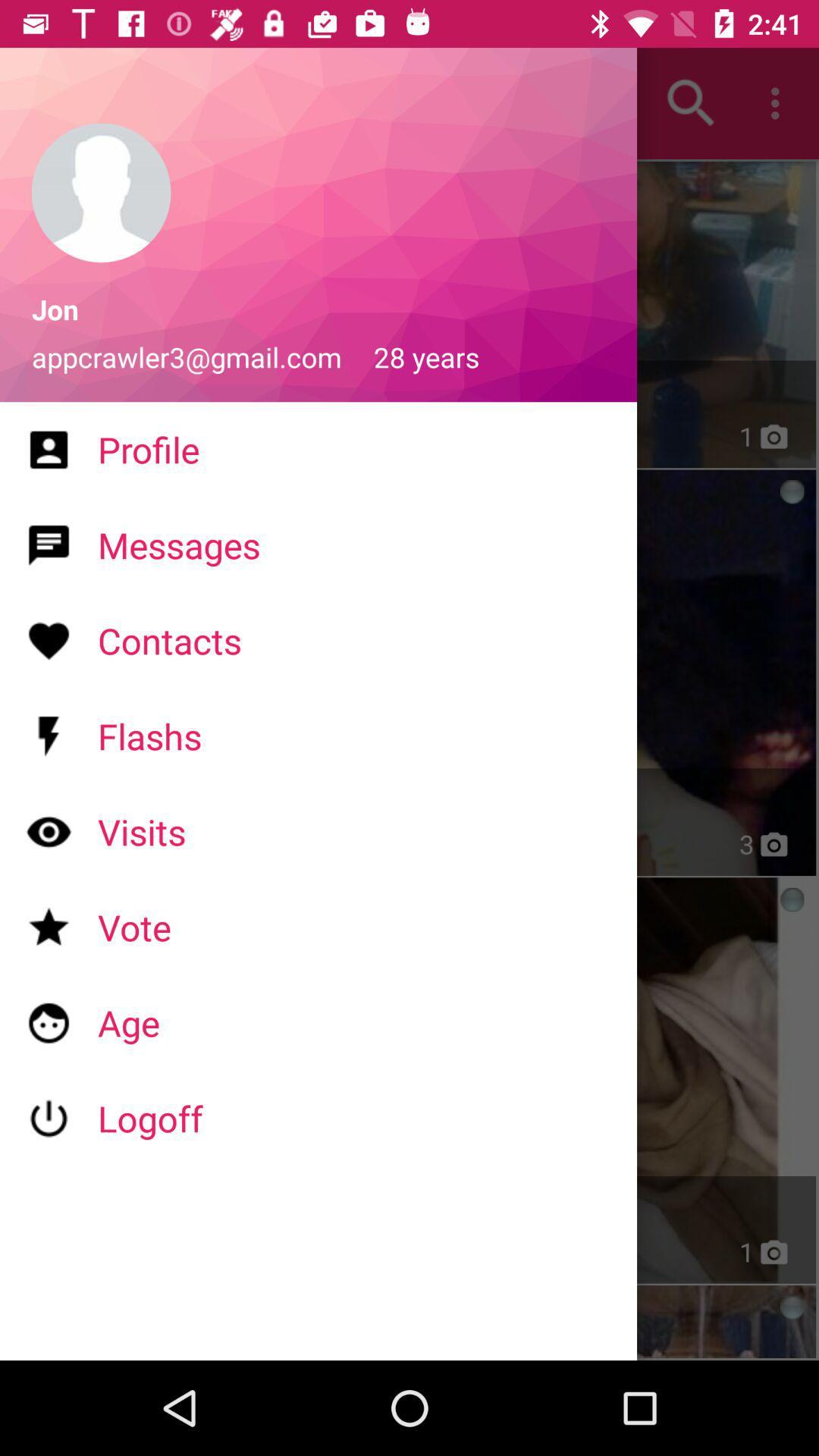 The image size is (819, 1456). What do you see at coordinates (49, 927) in the screenshot?
I see `the icon which is left to the text vote` at bounding box center [49, 927].